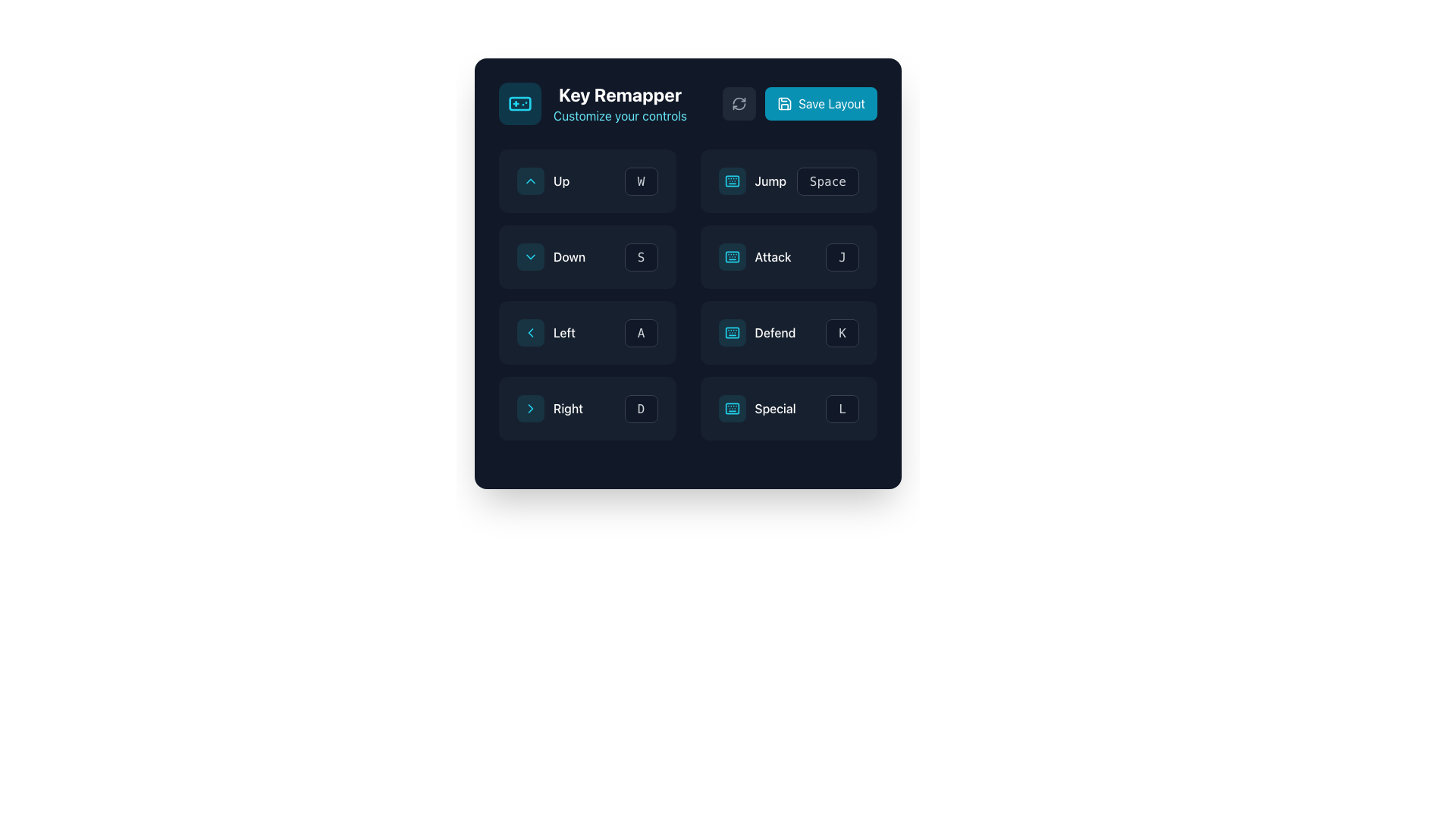  I want to click on the 'Defend' control mapping button associated with the 'K' key, so click(789, 332).